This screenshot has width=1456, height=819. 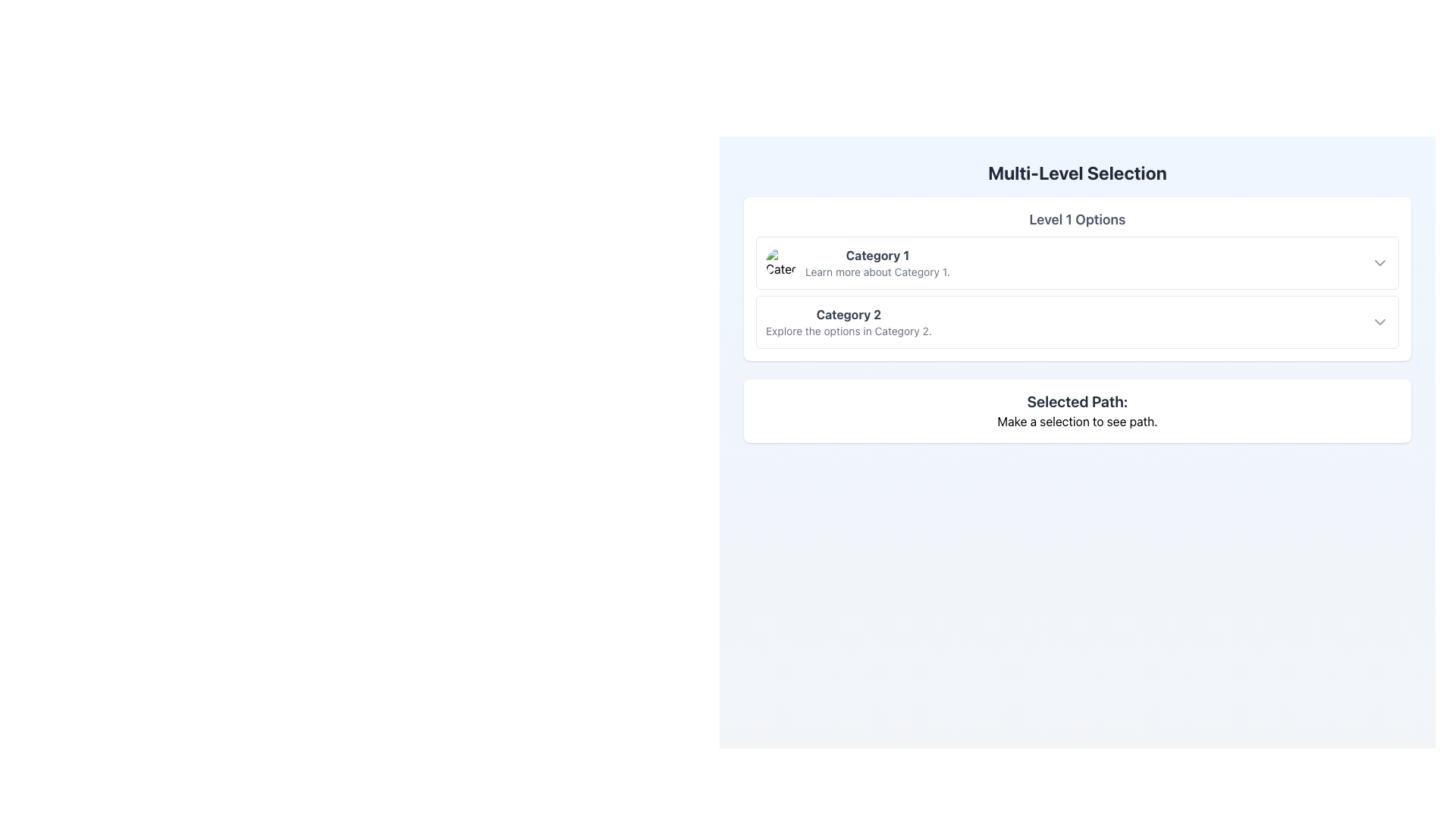 I want to click on the first interactive list item labeled 'Category 1', so click(x=1076, y=262).